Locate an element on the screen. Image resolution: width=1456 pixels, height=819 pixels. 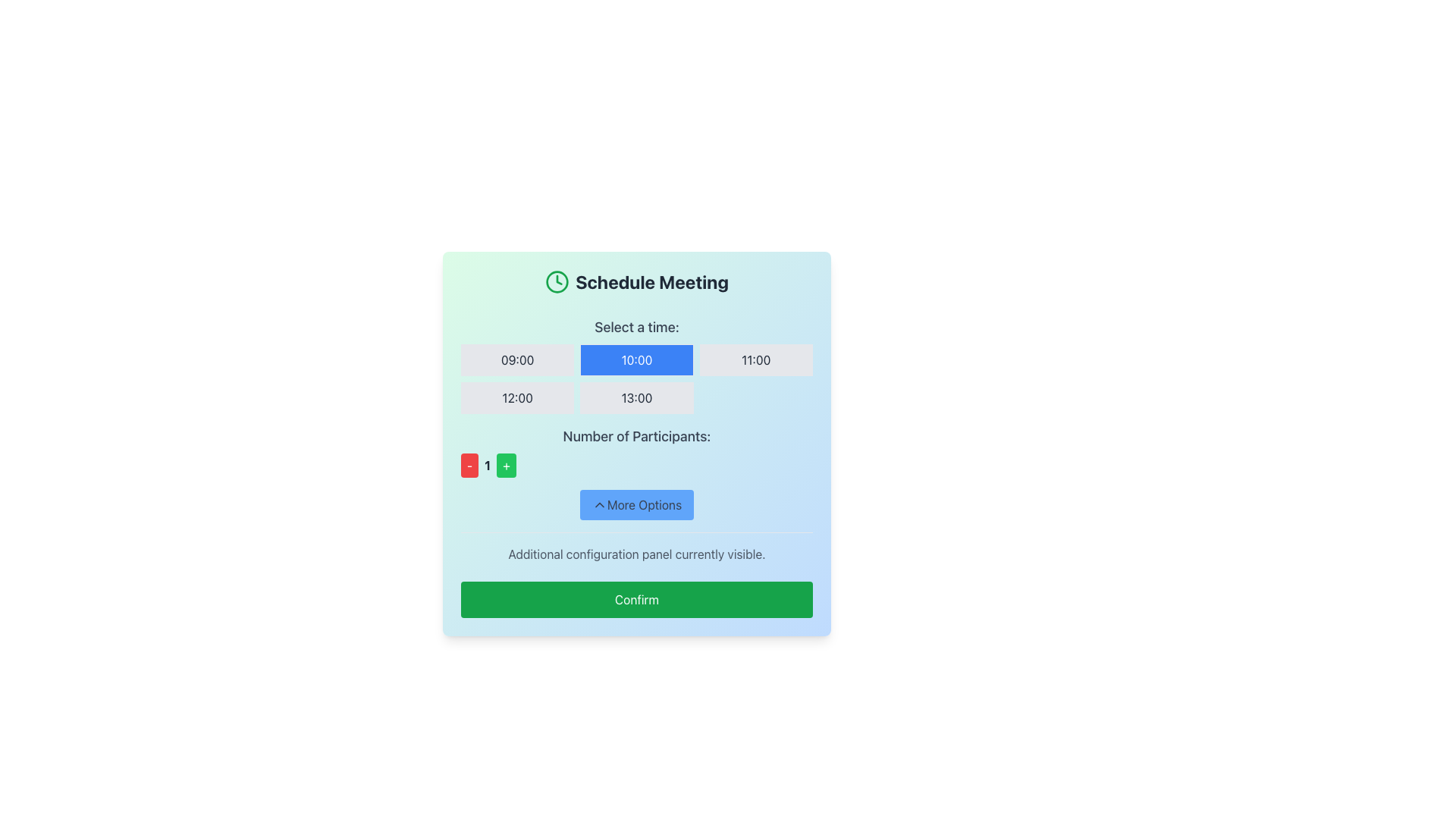
the toggle button located at the bottom-center of the modal dialog box is located at coordinates (637, 505).